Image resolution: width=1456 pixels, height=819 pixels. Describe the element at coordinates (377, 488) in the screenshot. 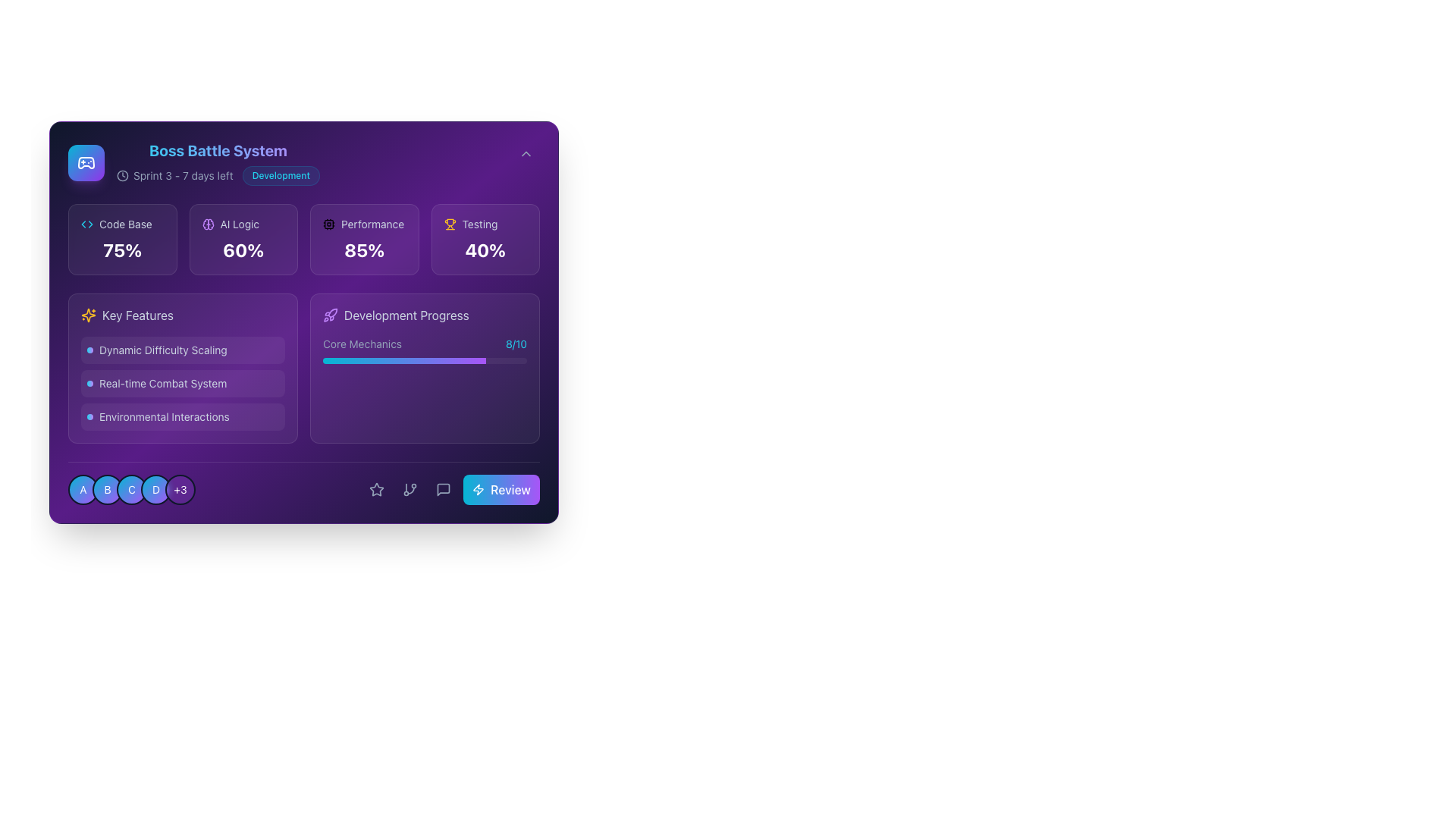

I see `the hollow star icon located in the bottom section of the interface` at that location.